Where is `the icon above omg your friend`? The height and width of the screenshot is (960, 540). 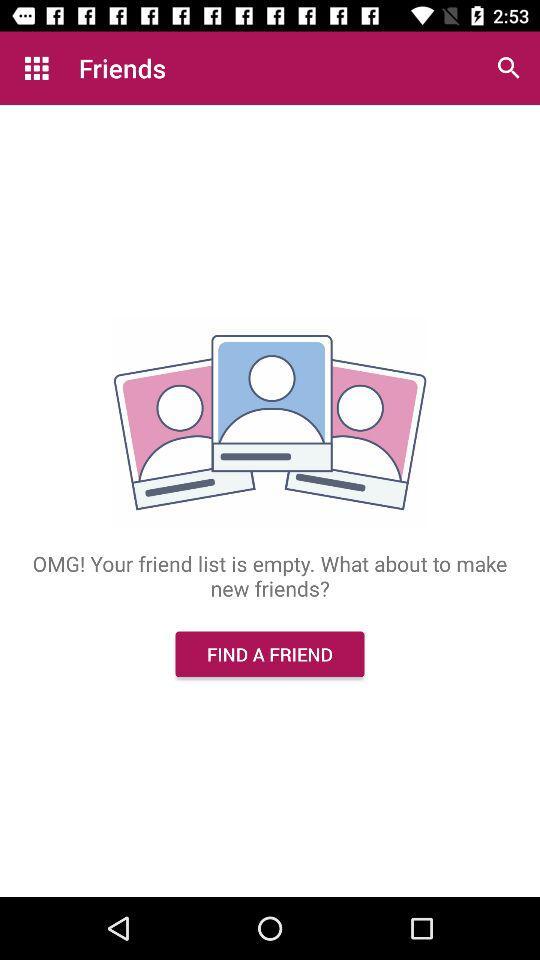 the icon above omg your friend is located at coordinates (508, 68).